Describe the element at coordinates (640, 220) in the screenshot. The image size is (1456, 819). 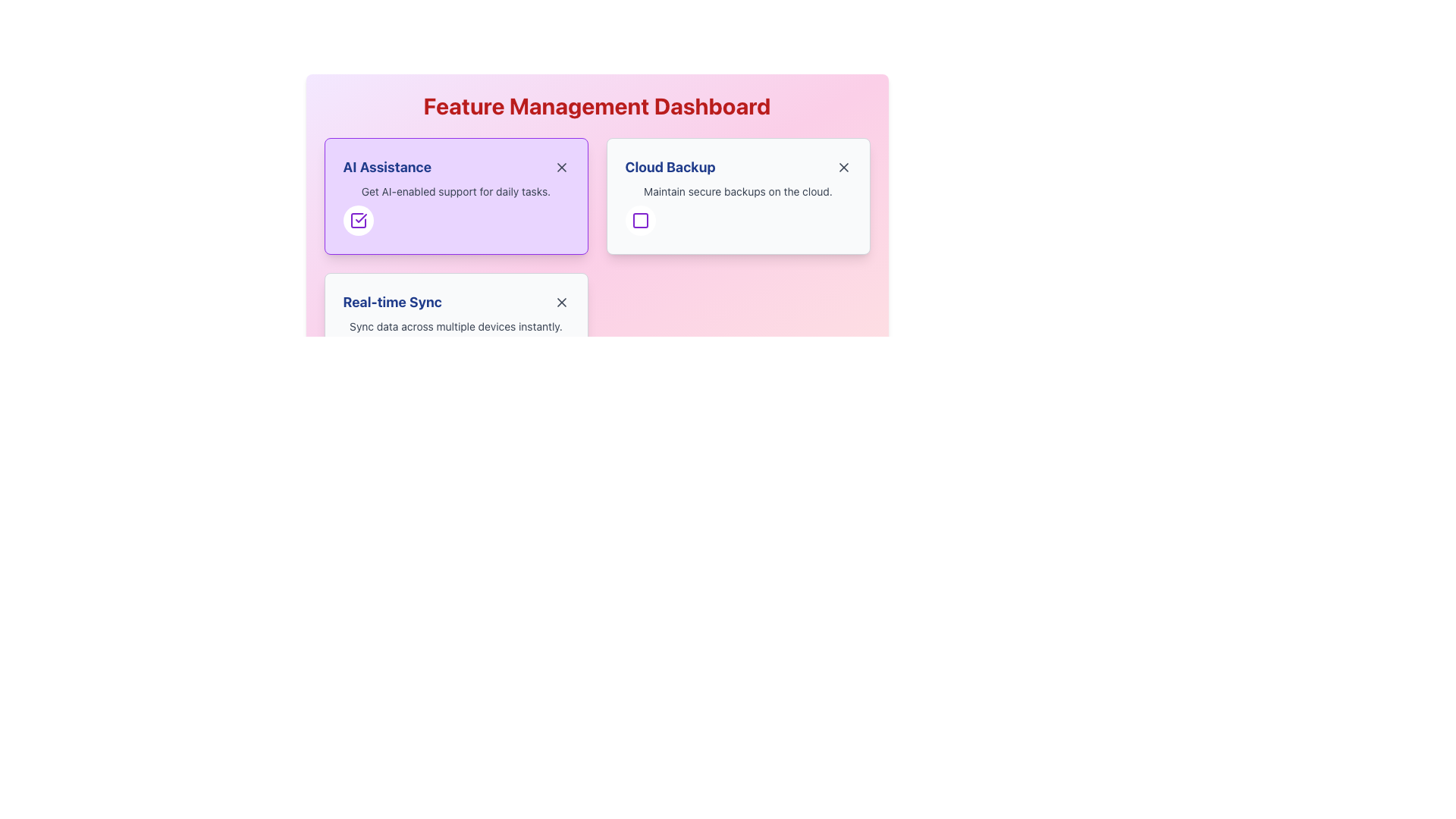
I see `the inner square icon within the circular button for toggling the 'Cloud Backup' feature status in the top right of the 'Feature Management Dashboard'` at that location.